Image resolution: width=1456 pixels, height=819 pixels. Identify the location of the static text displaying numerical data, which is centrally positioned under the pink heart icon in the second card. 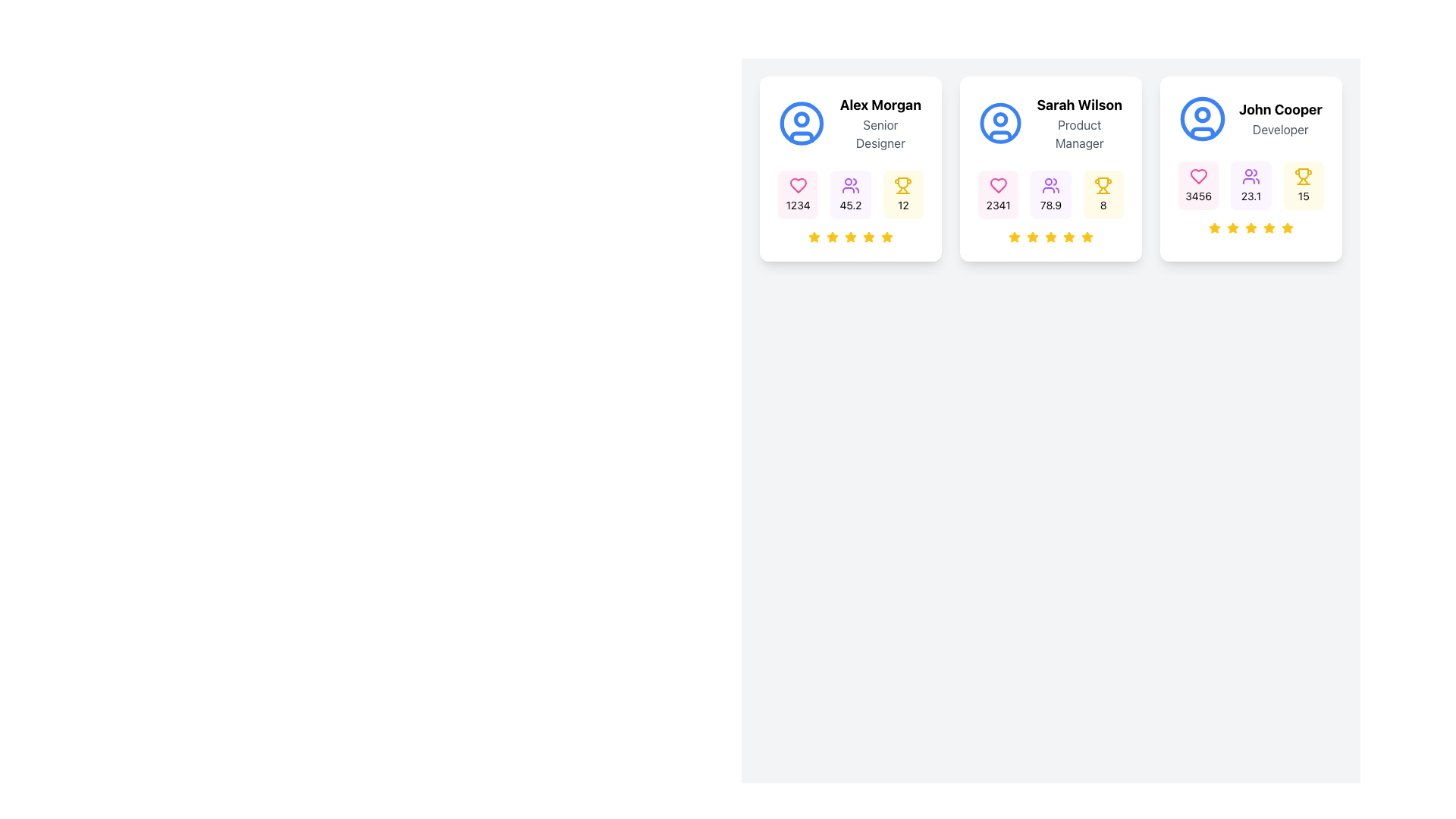
(998, 205).